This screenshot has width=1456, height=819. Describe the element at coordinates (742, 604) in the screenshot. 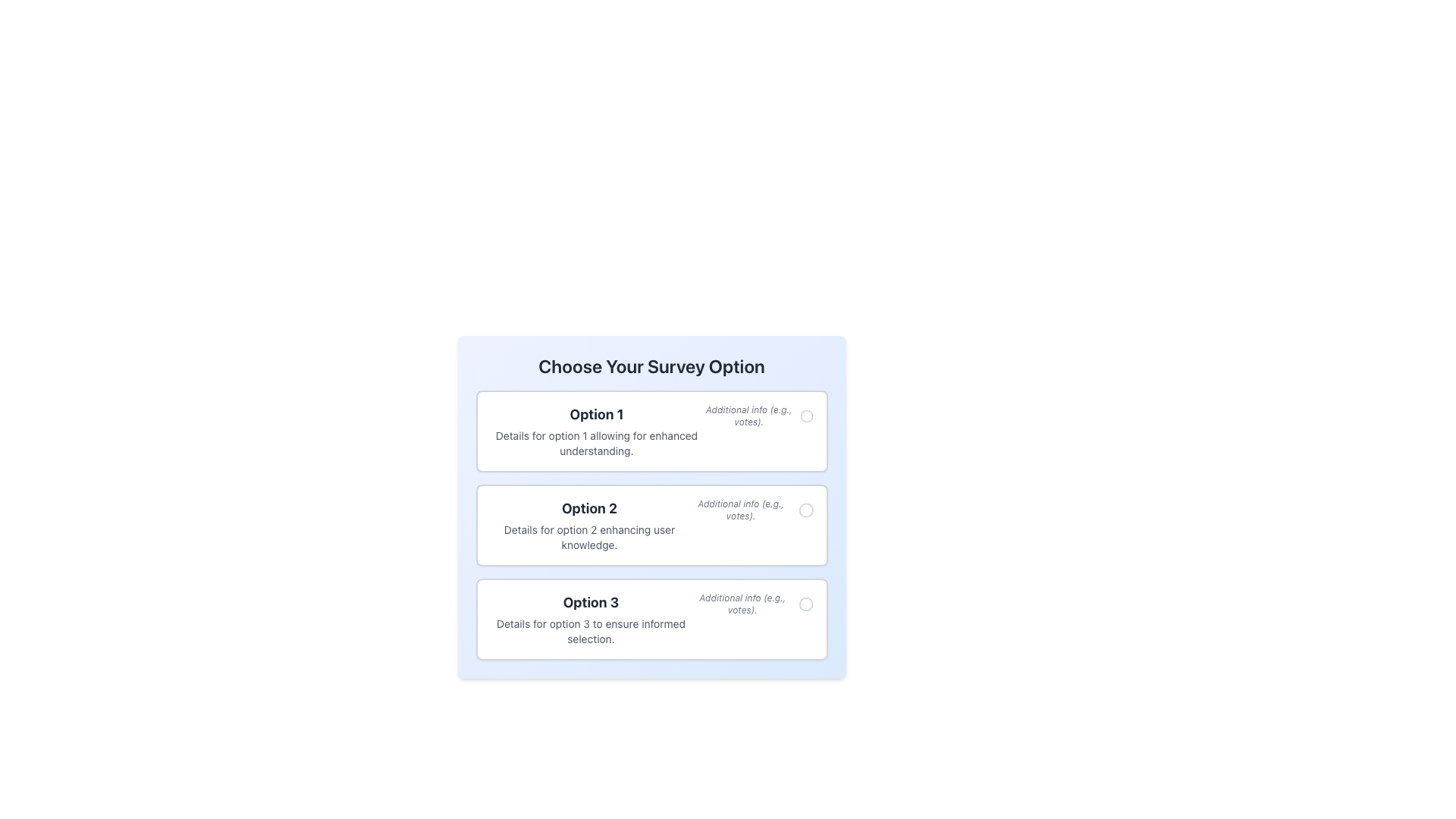

I see `the Text Label that provides additional details about the associated survey option, positioned to the right of the option's descriptive text and left of the corresponding radio button` at that location.